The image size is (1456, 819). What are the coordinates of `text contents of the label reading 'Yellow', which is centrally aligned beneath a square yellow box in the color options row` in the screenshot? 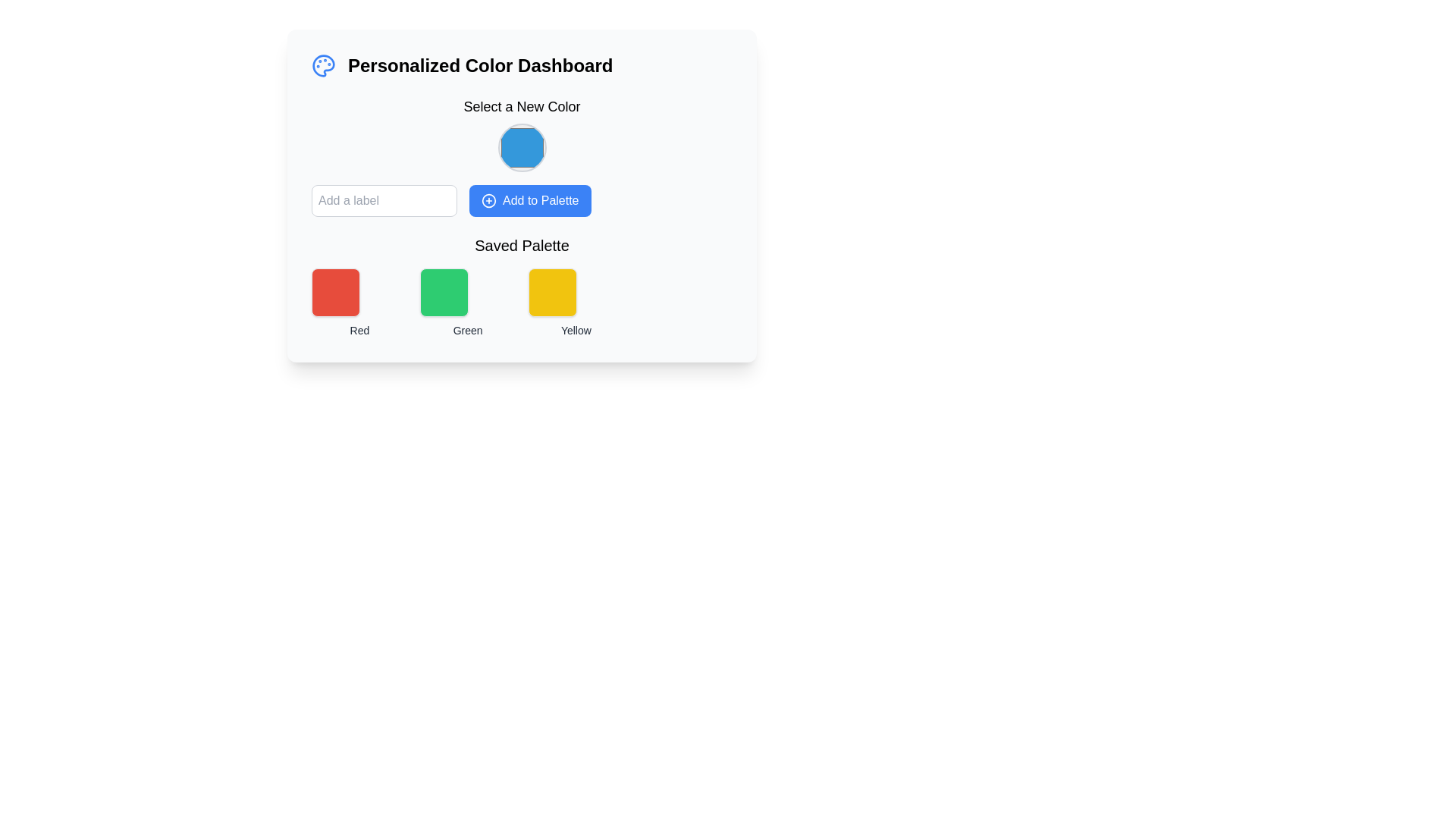 It's located at (575, 329).